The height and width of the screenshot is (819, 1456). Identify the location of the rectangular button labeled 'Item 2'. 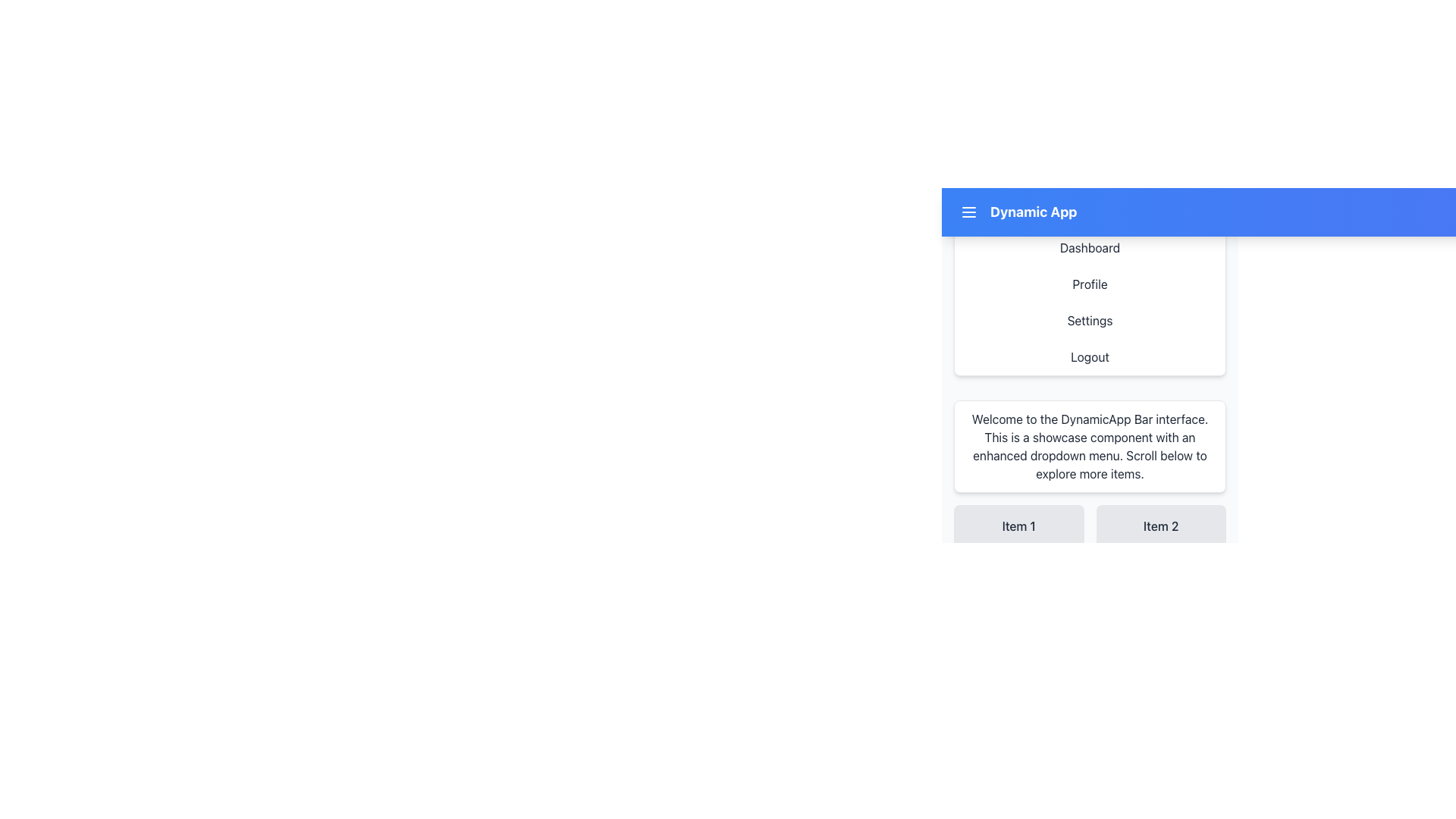
(1160, 526).